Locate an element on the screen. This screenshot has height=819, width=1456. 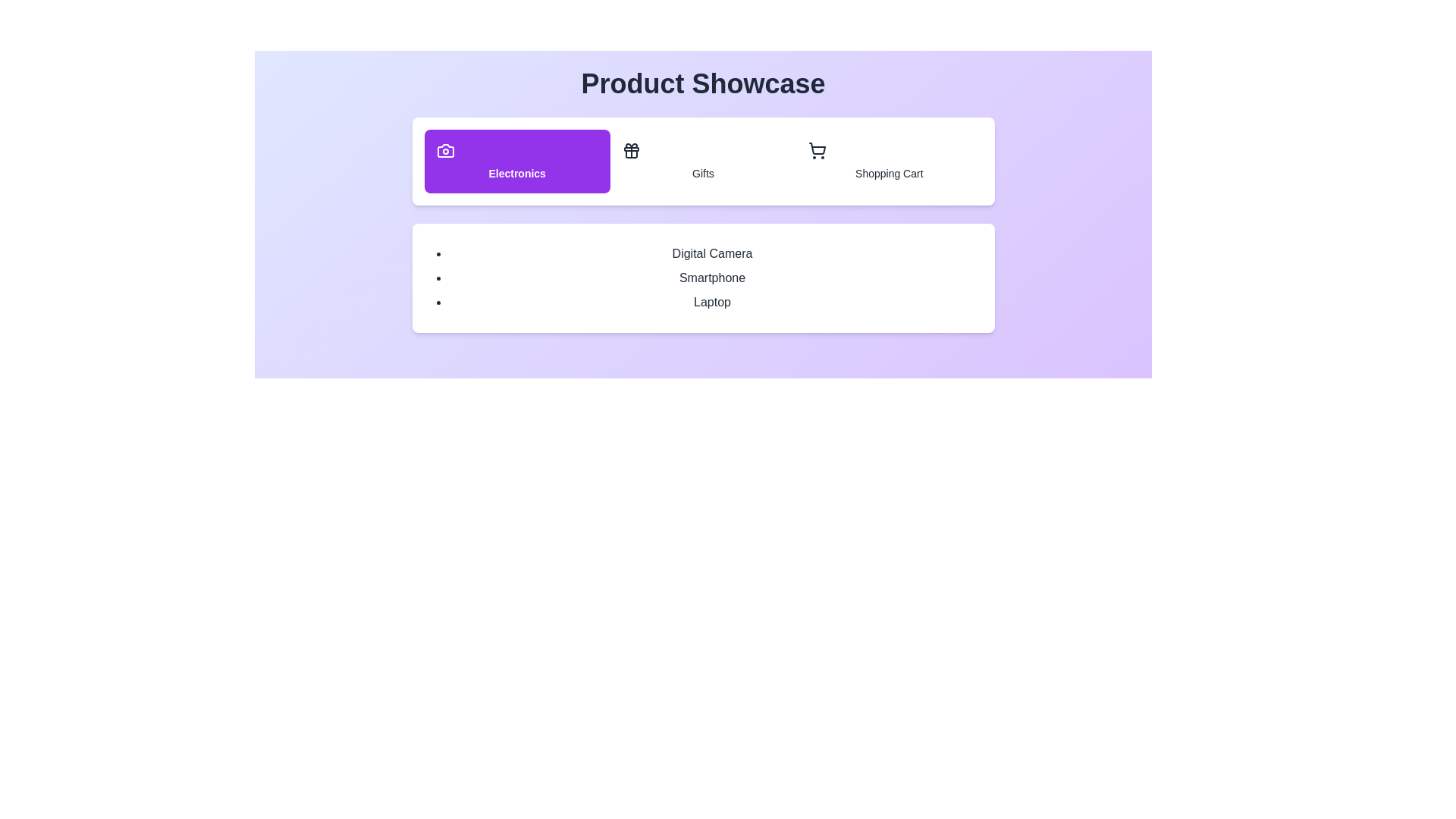
the 'Gifts' text label, which is part of a button with a white background and rounded corners, located centrally in a navigation bar is located at coordinates (702, 172).